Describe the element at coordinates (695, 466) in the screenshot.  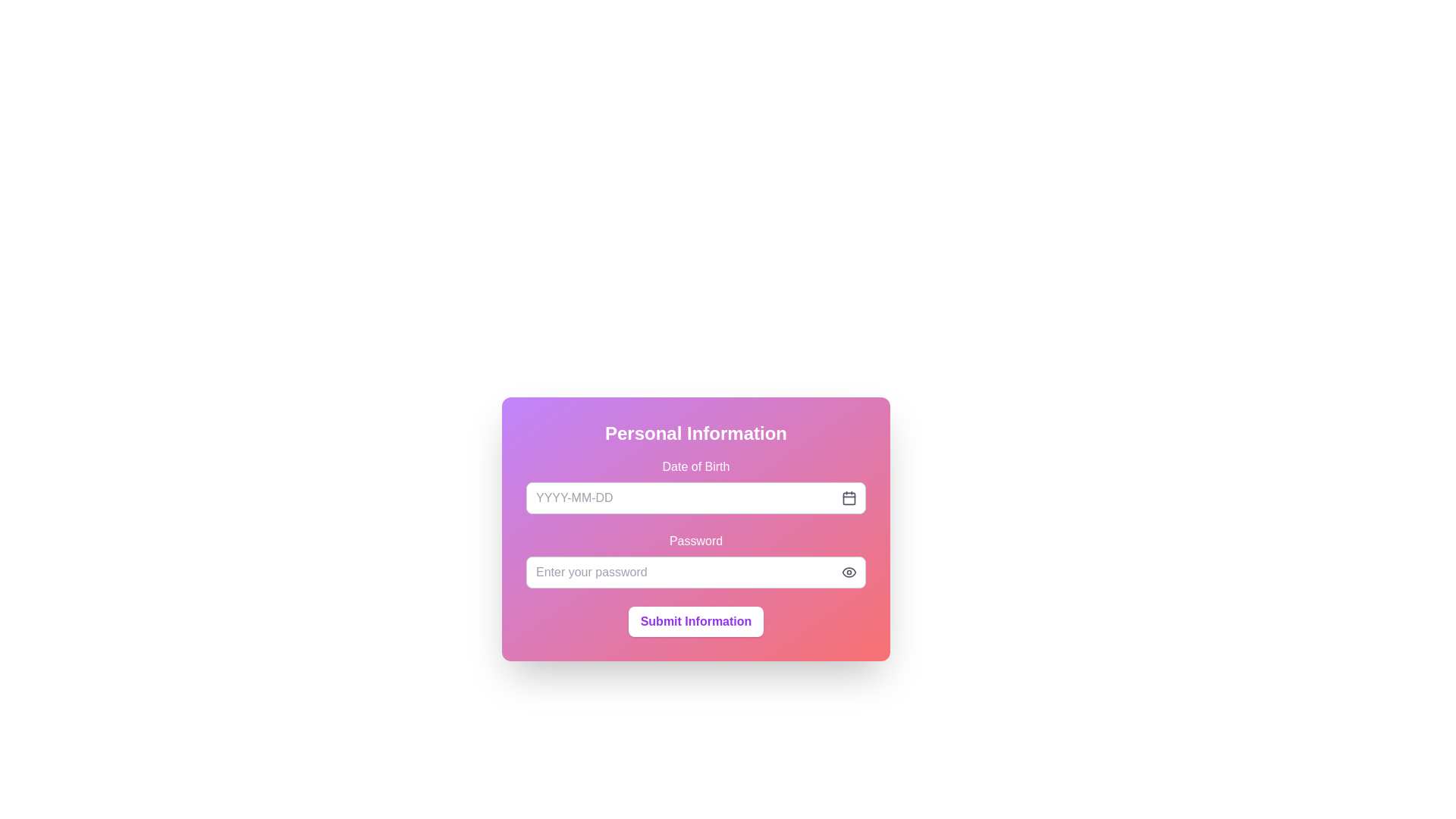
I see `the text label displaying 'Date of Birth', which is styled with a medium-sized font and white text color, positioned above the Date of Birth input field` at that location.